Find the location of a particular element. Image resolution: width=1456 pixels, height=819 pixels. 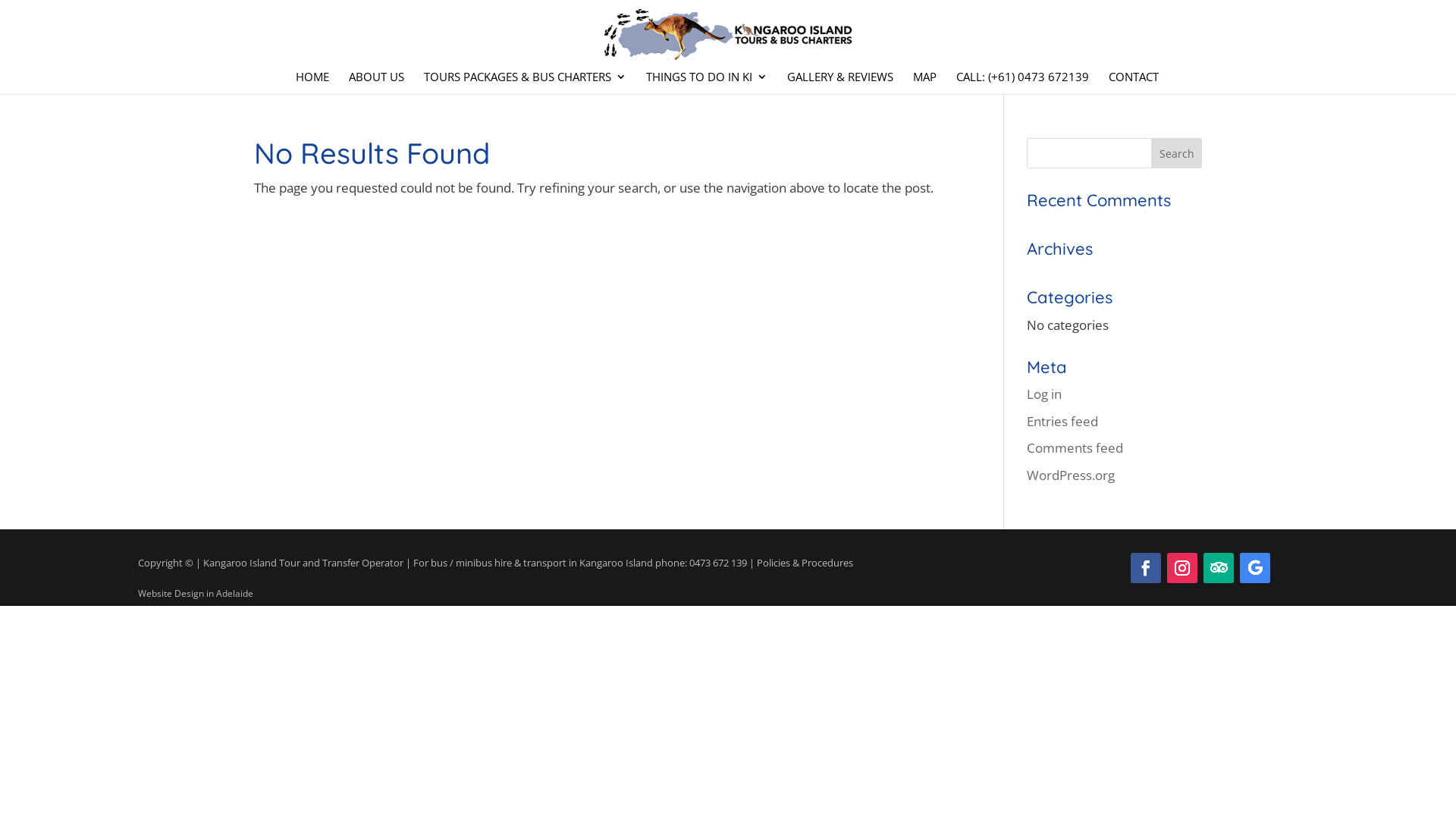

'Follow on Facebook' is located at coordinates (1146, 567).